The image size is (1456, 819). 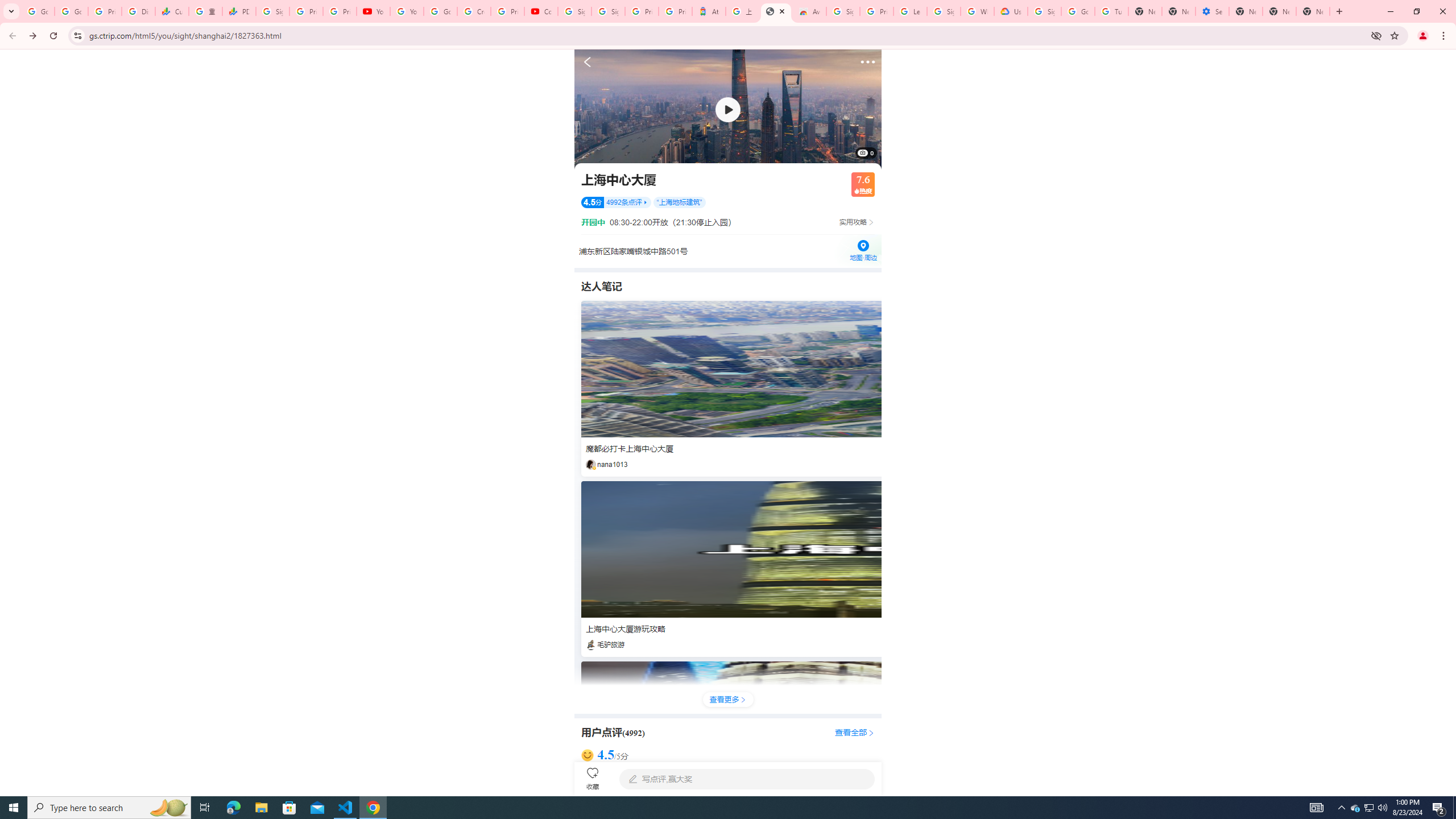 I want to click on 'Atour Hotel - Google hotels', so click(x=709, y=11).